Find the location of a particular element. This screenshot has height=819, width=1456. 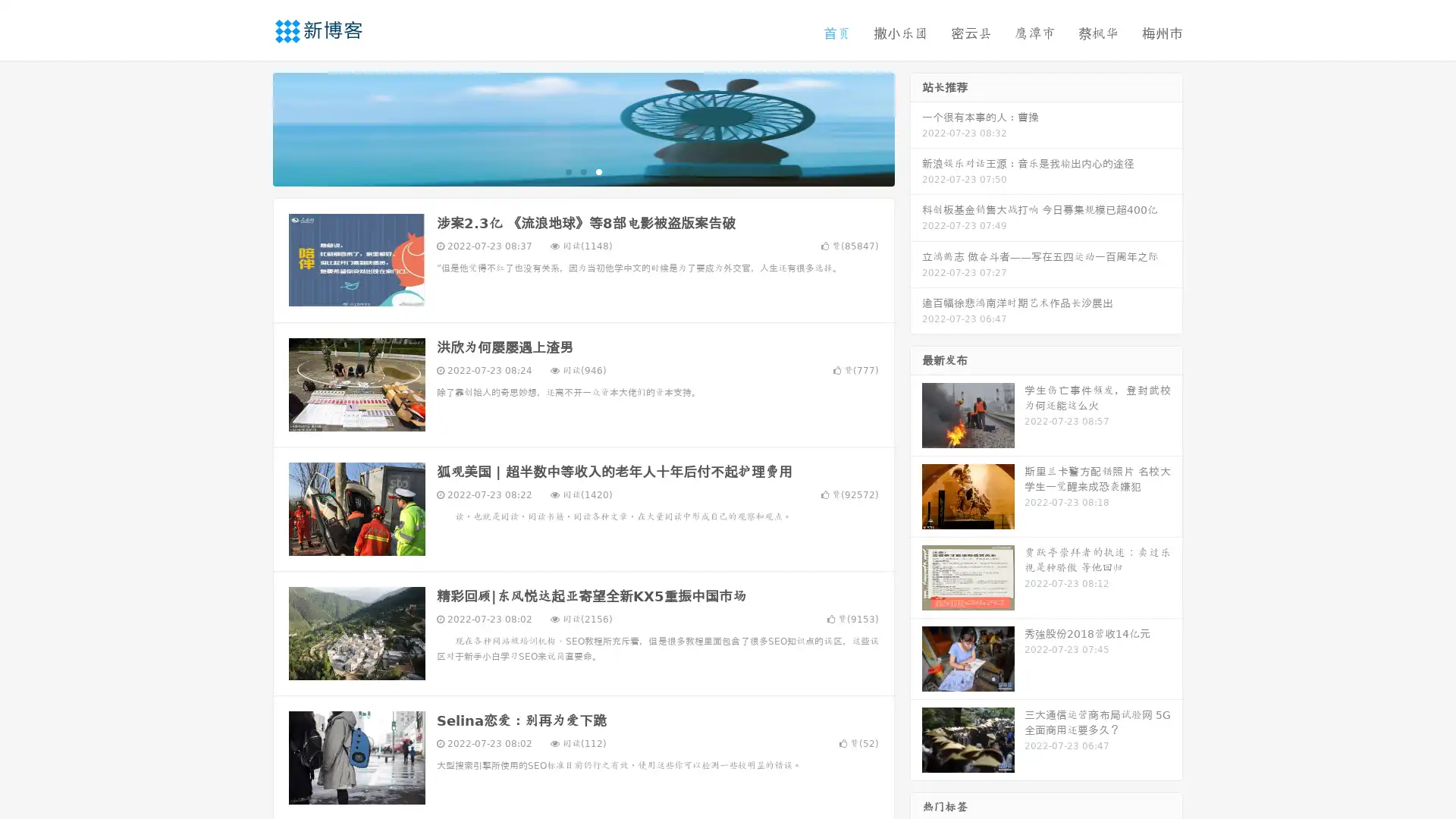

Go to slide 3 is located at coordinates (598, 171).